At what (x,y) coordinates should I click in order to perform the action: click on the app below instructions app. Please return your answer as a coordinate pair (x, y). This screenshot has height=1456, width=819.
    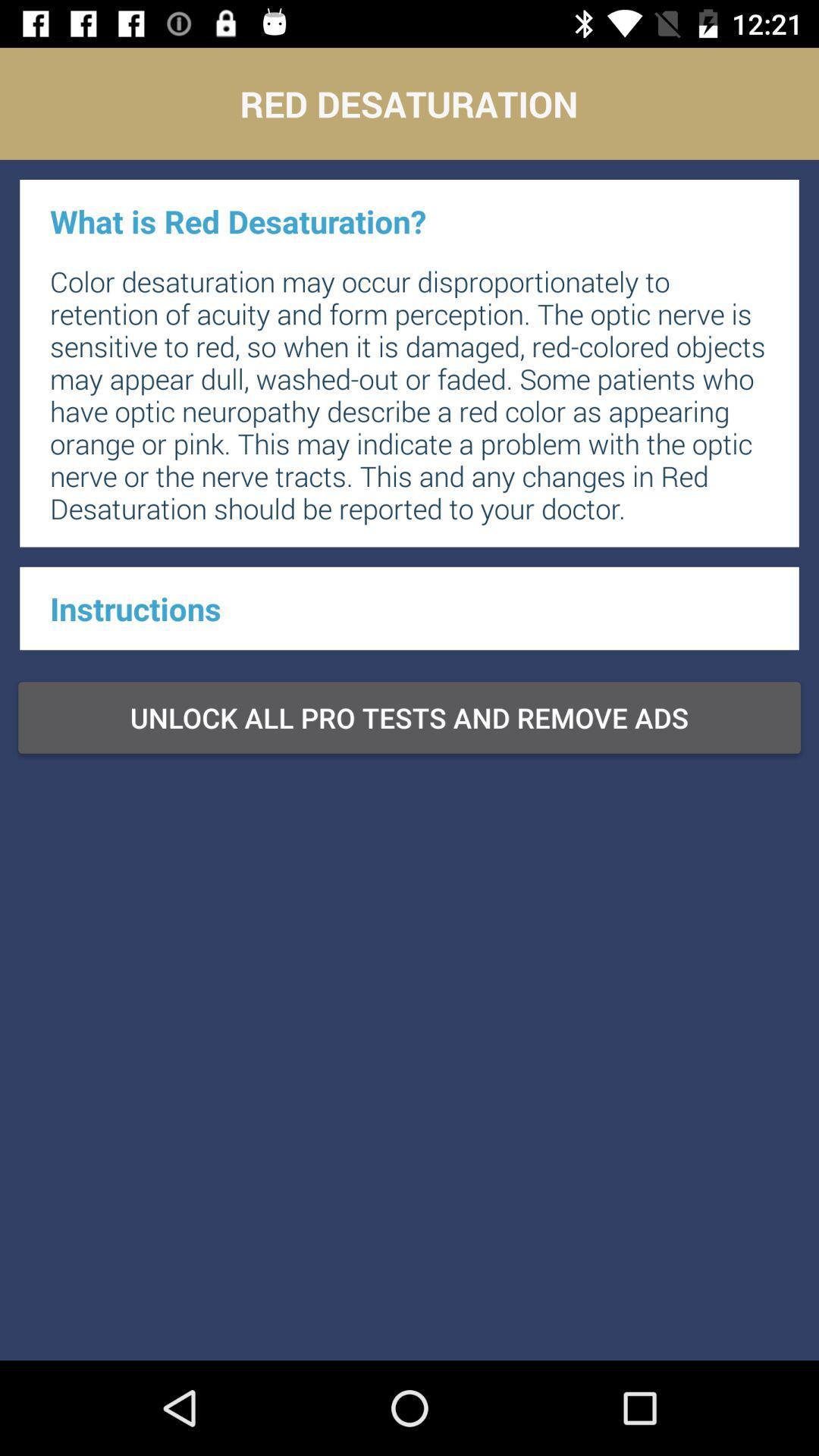
    Looking at the image, I should click on (409, 717).